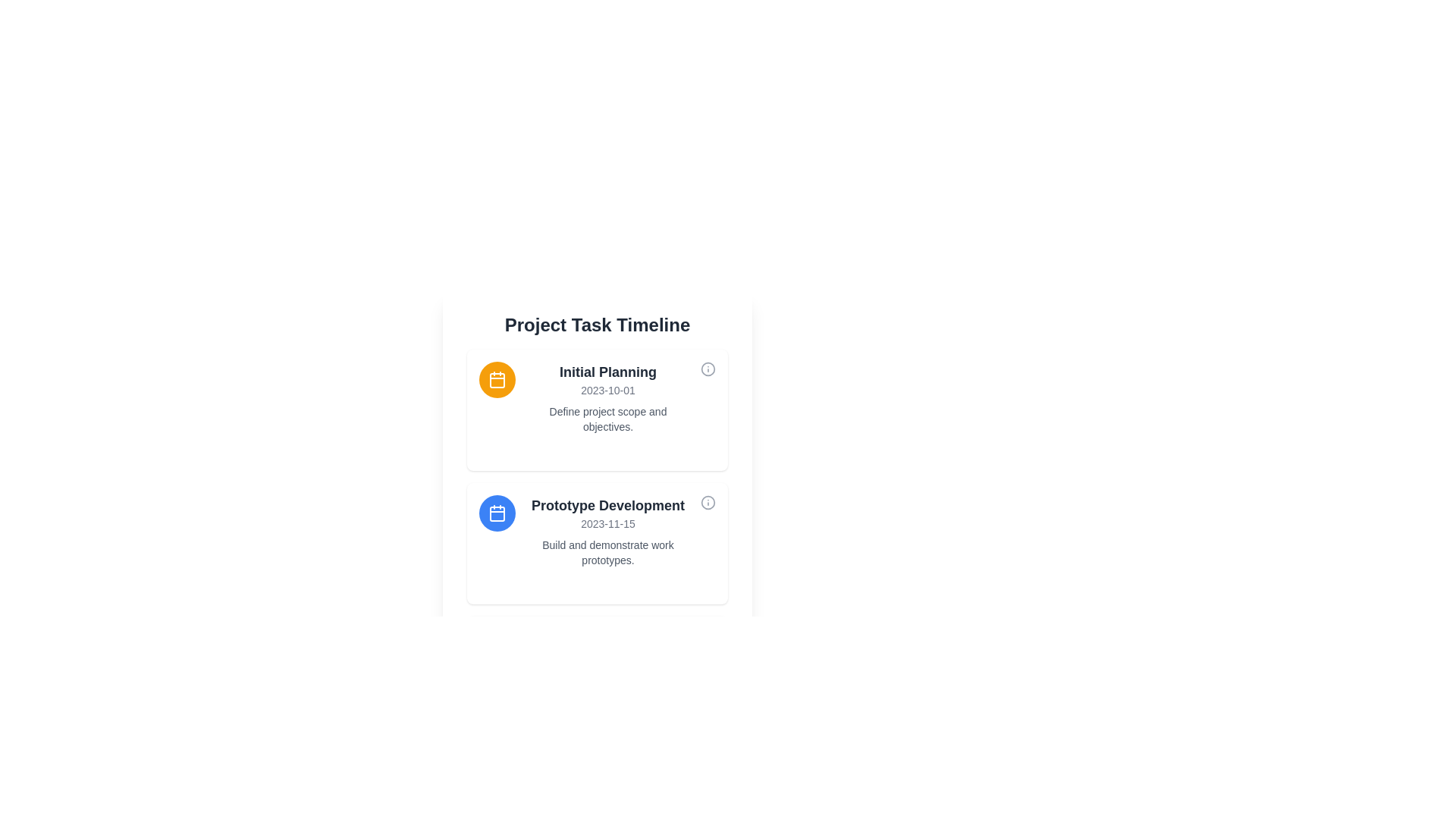 The height and width of the screenshot is (819, 1456). Describe the element at coordinates (497, 379) in the screenshot. I see `the calendar icon with a bright orange background located at the top-left corner of the 'Initial Planning' task card in the 'Project Task Timeline' list` at that location.